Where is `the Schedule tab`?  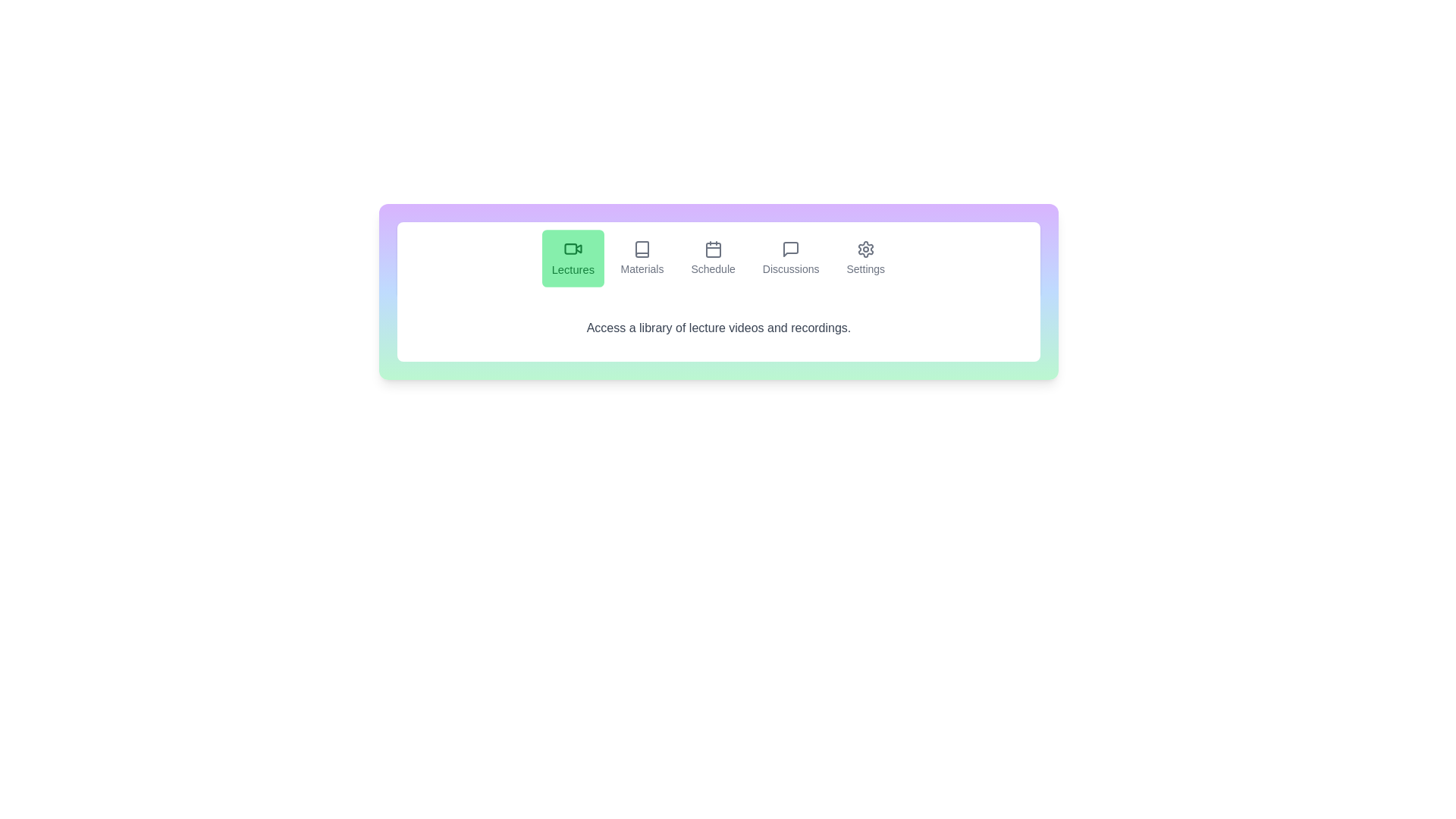
the Schedule tab is located at coordinates (712, 257).